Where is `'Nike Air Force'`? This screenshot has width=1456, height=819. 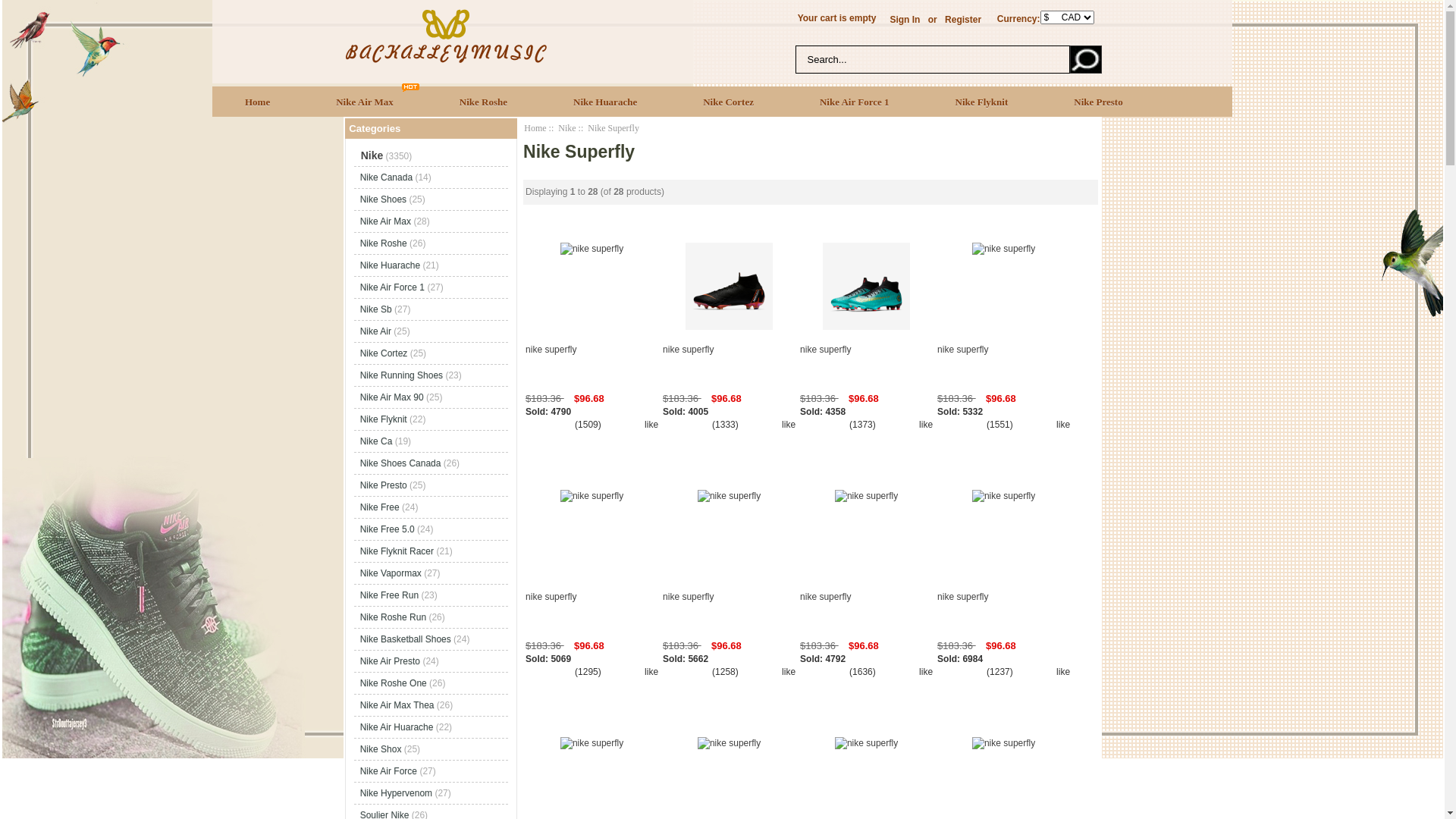 'Nike Air Force' is located at coordinates (388, 771).